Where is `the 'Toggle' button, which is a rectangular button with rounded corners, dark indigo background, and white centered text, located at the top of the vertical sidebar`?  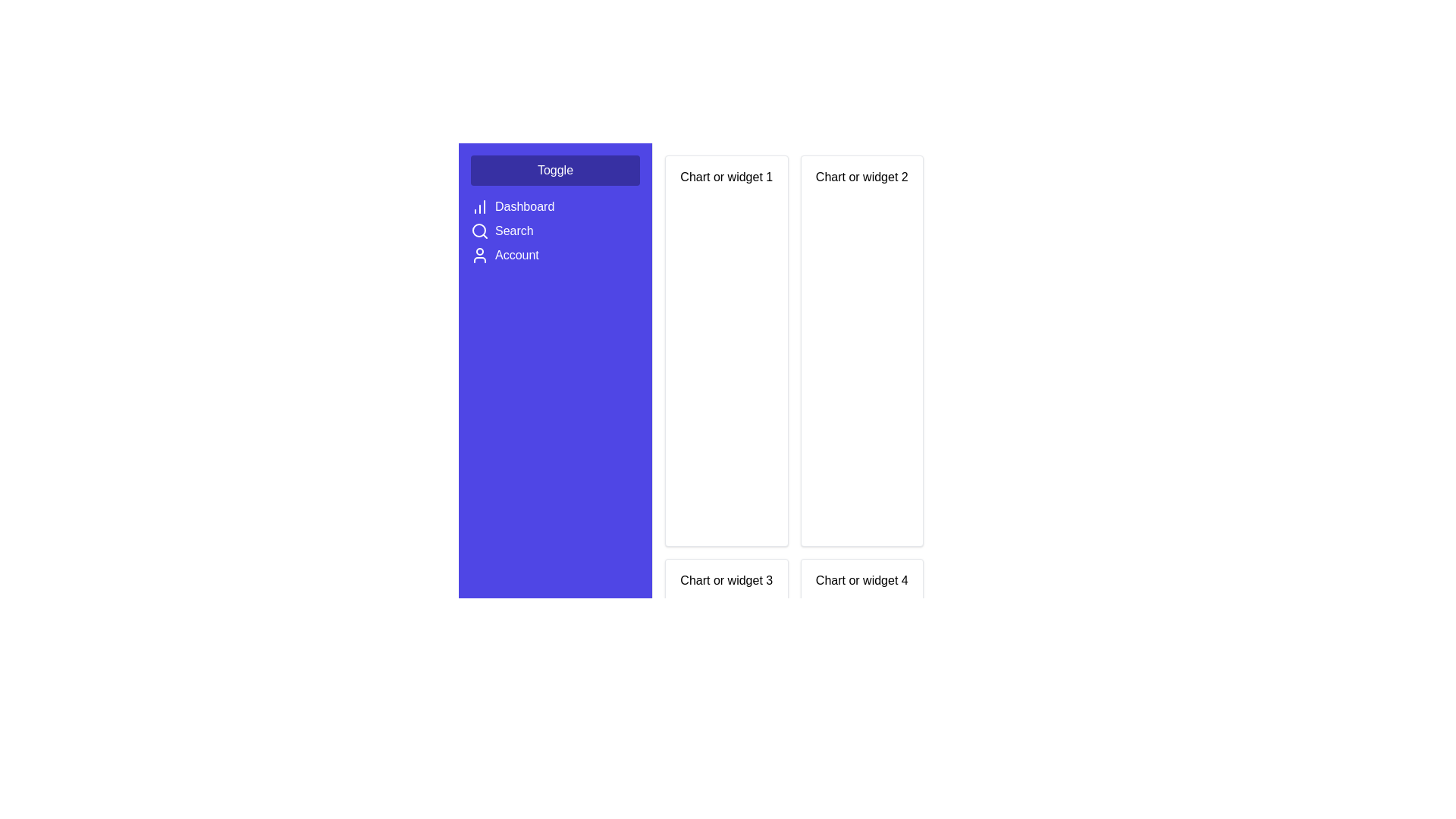
the 'Toggle' button, which is a rectangular button with rounded corners, dark indigo background, and white centered text, located at the top of the vertical sidebar is located at coordinates (554, 170).